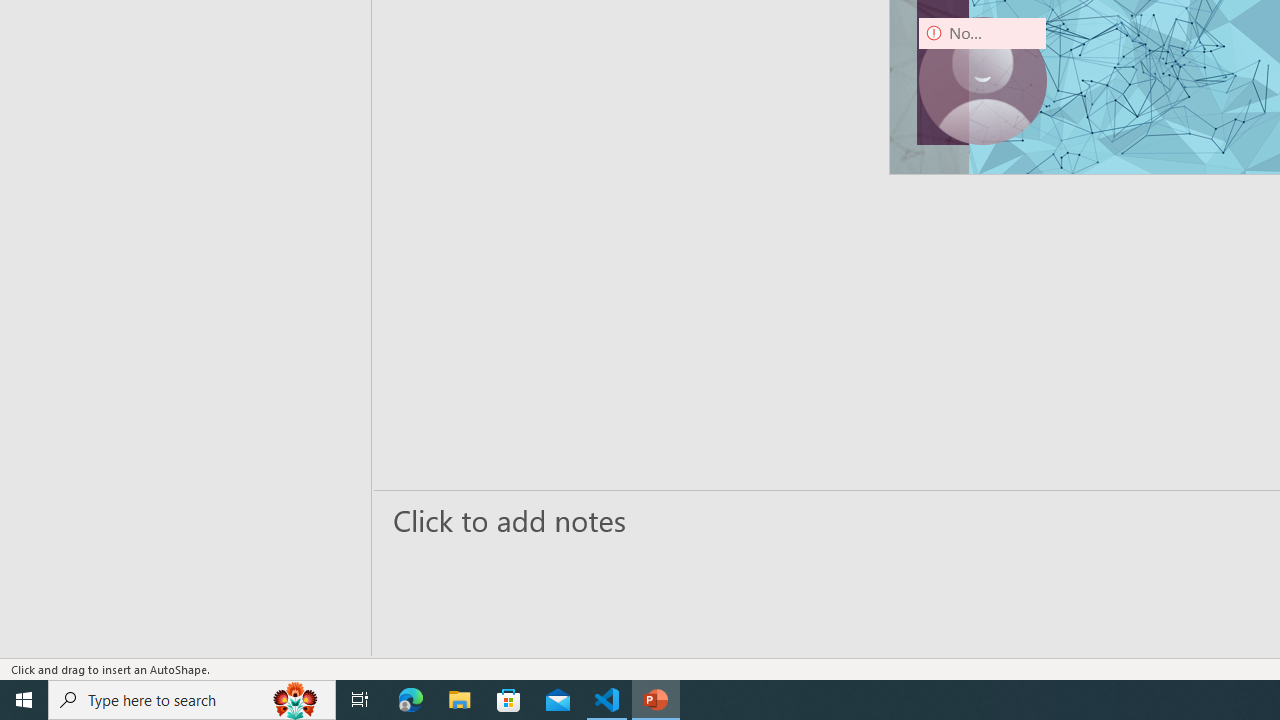  What do you see at coordinates (982, 80) in the screenshot?
I see `'Camera 9, No camera detected.'` at bounding box center [982, 80].